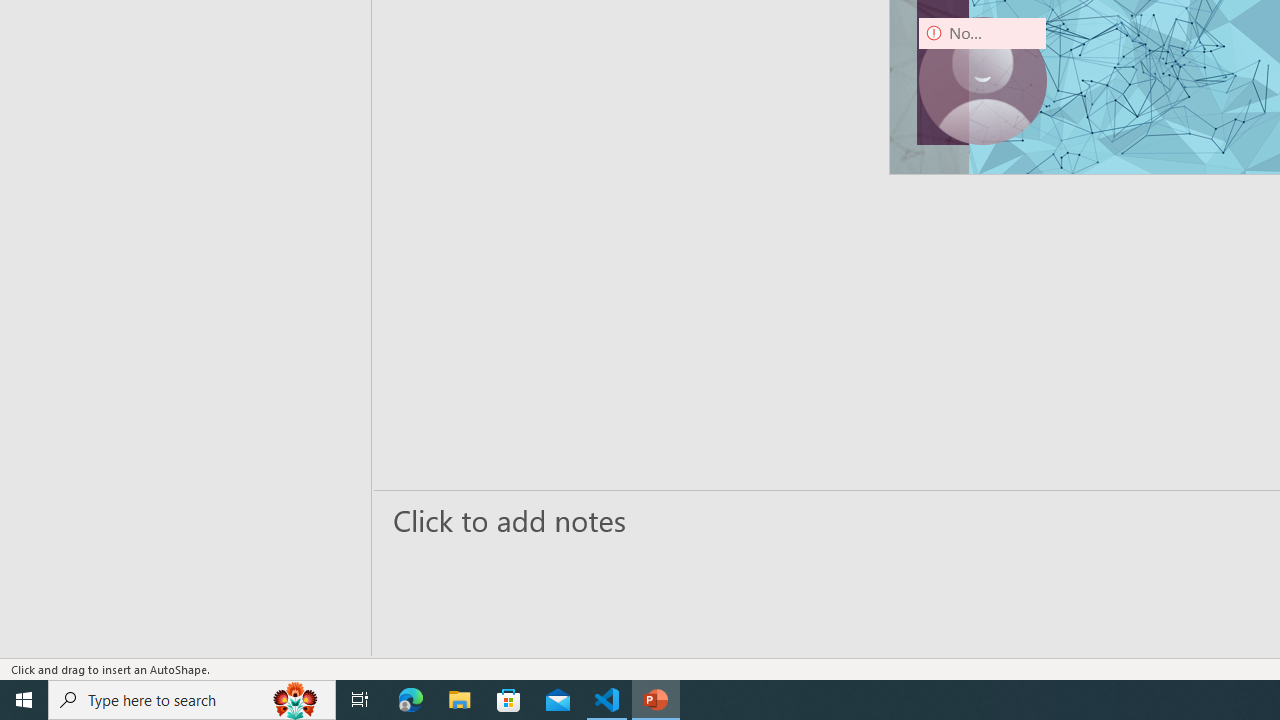  What do you see at coordinates (982, 80) in the screenshot?
I see `'Camera 9, No camera detected.'` at bounding box center [982, 80].